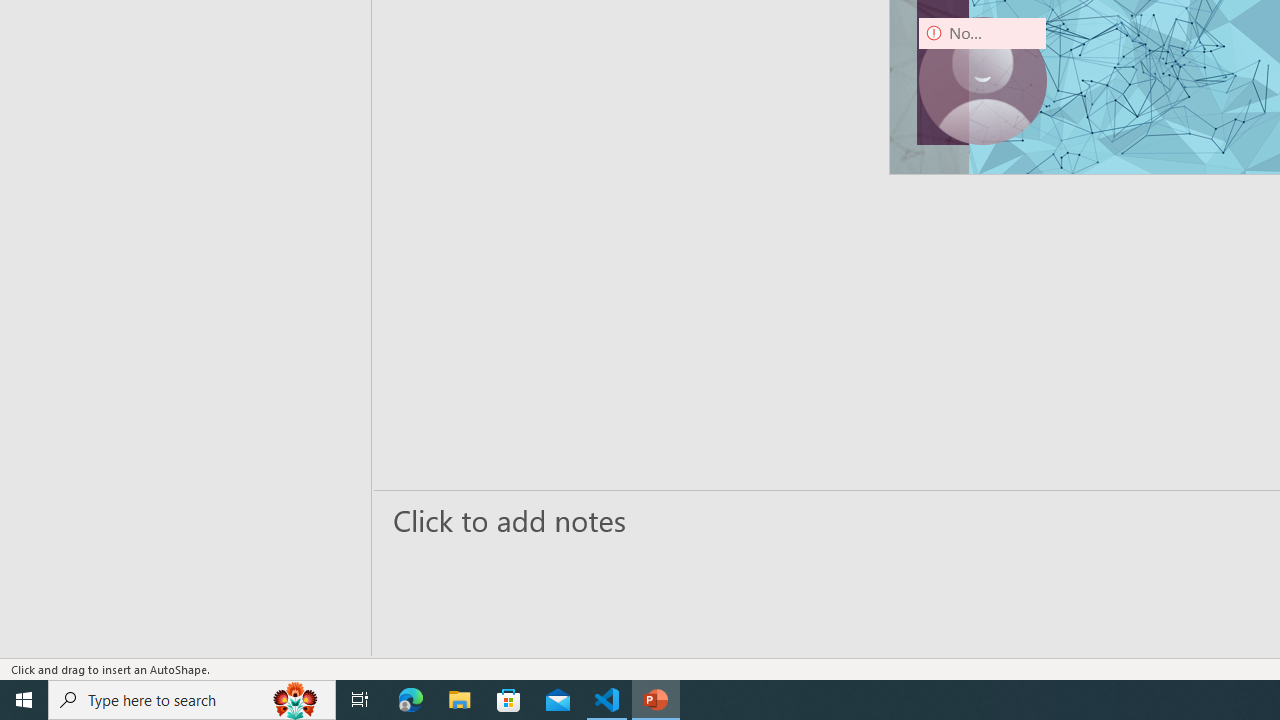  What do you see at coordinates (982, 80) in the screenshot?
I see `'Camera 9, No camera detected.'` at bounding box center [982, 80].